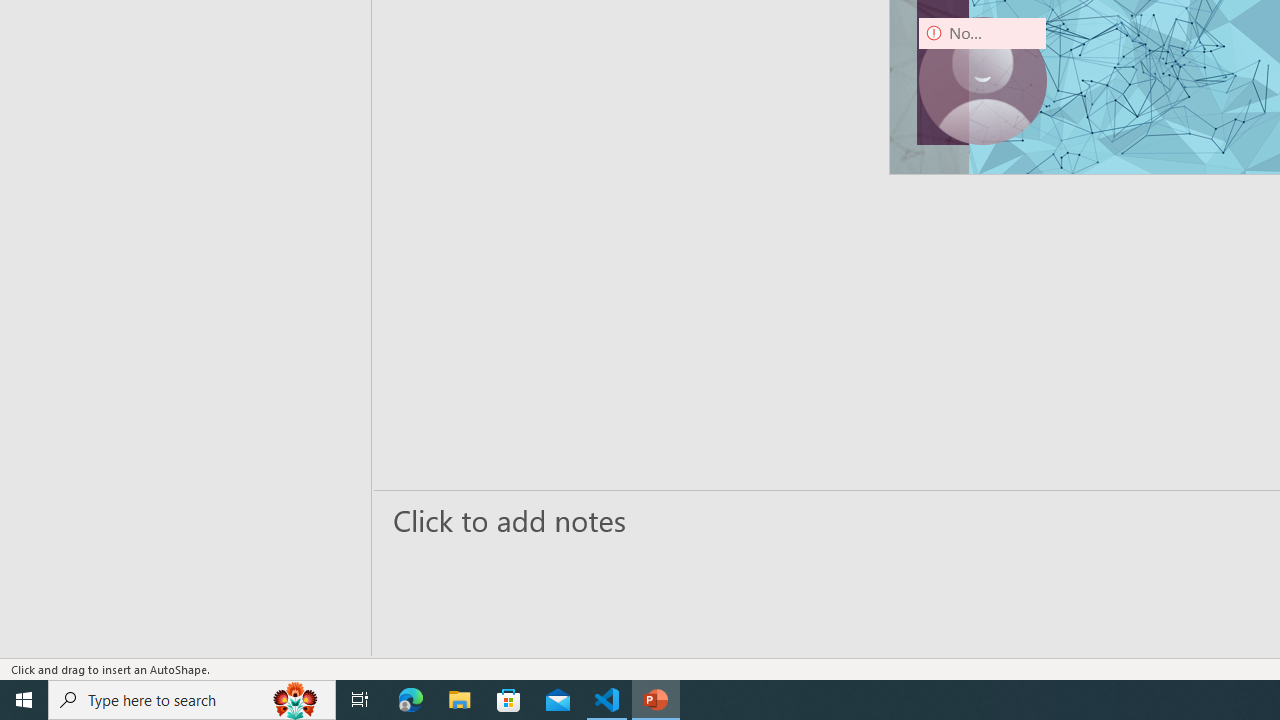  What do you see at coordinates (982, 80) in the screenshot?
I see `'Camera 9, No camera detected.'` at bounding box center [982, 80].